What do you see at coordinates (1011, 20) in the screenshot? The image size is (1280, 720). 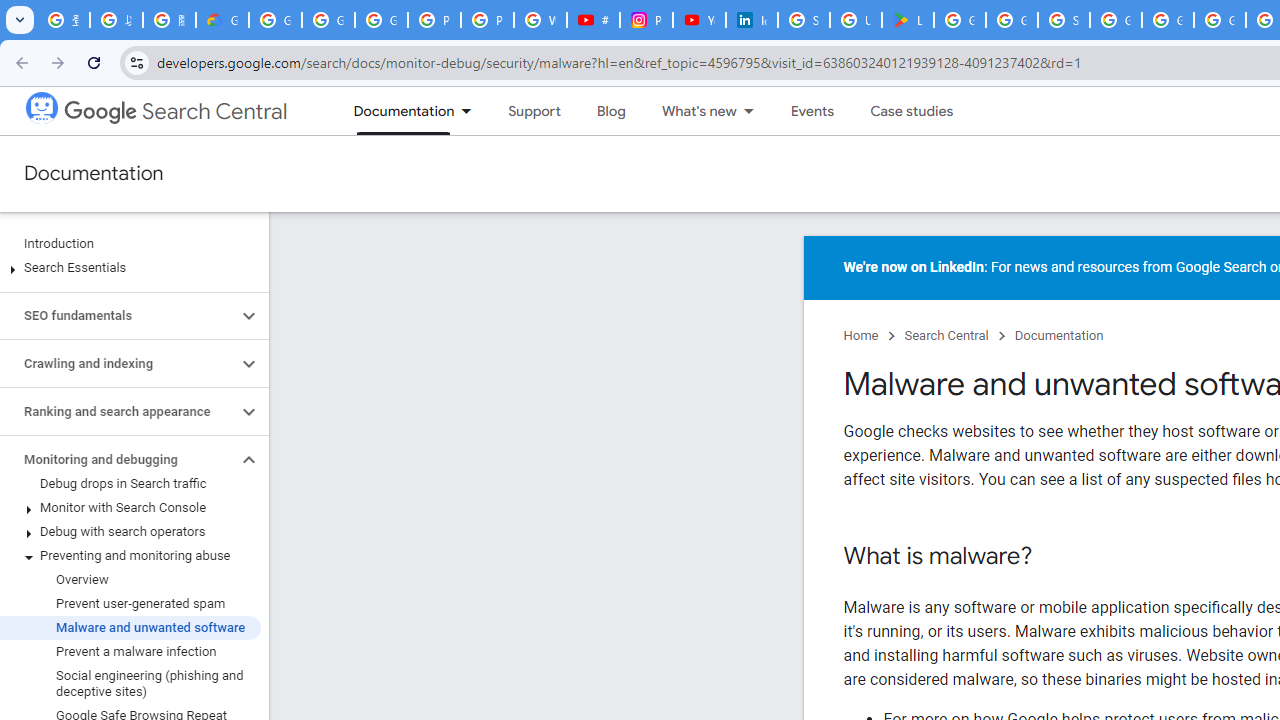 I see `'Google Workspace - Specific Terms'` at bounding box center [1011, 20].